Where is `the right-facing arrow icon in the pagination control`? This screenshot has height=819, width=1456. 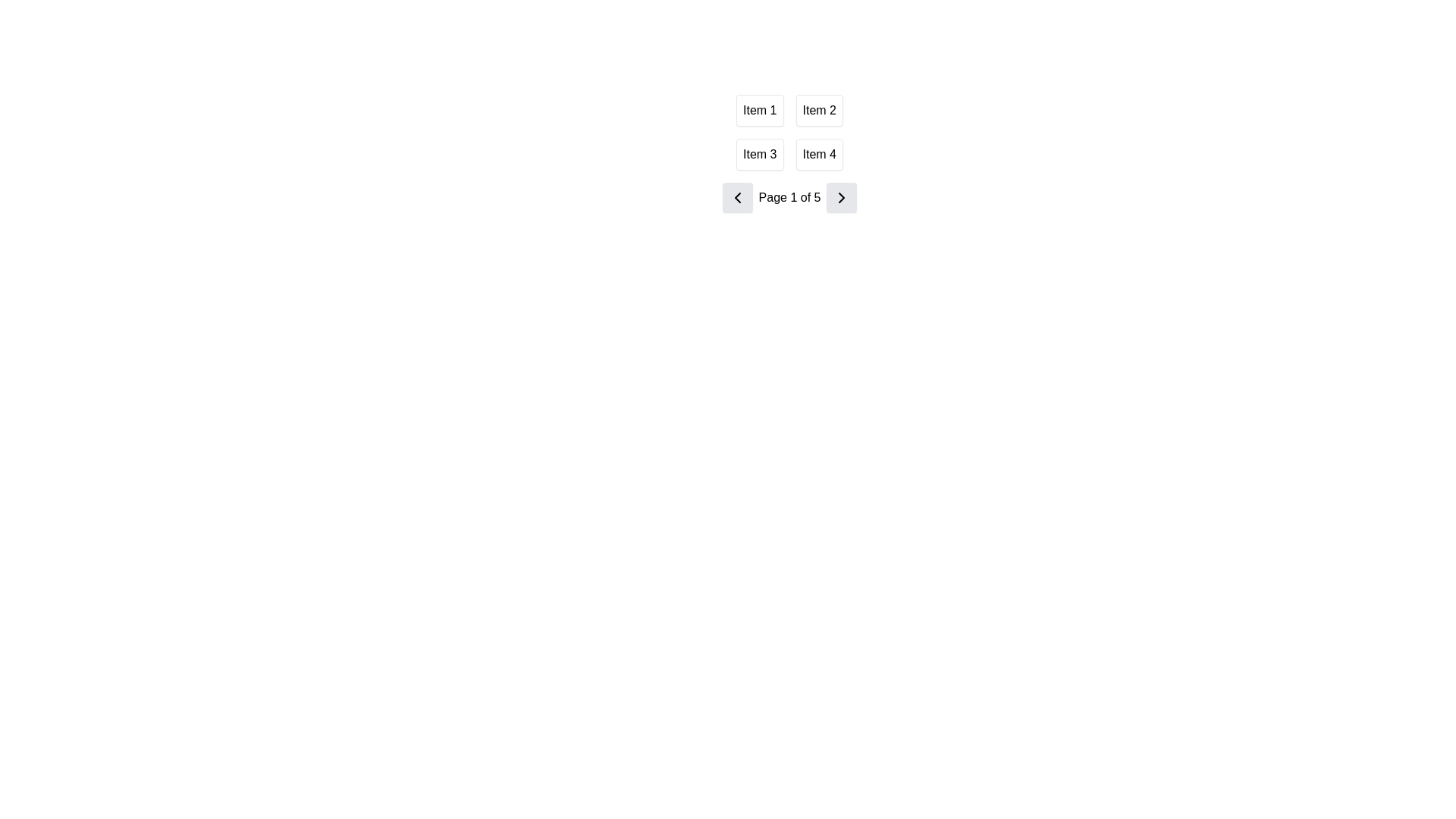
the right-facing arrow icon in the pagination control is located at coordinates (841, 197).